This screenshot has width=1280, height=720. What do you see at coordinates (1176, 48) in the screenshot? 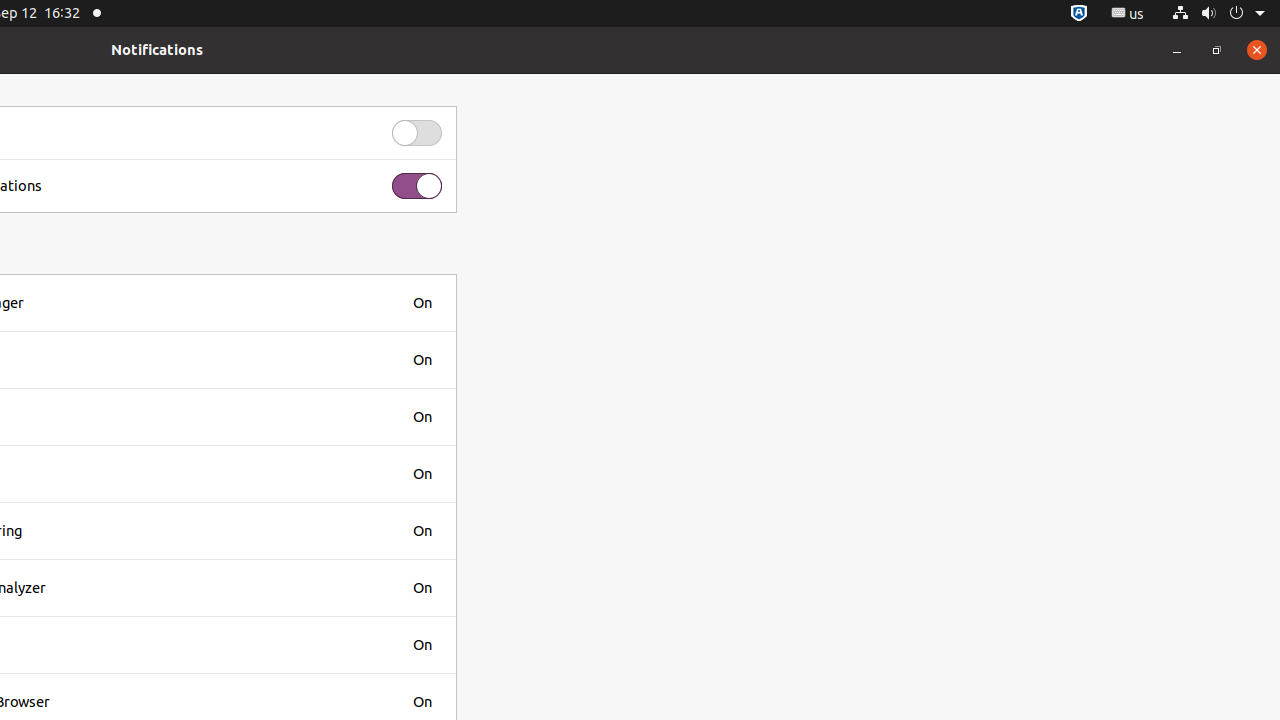
I see `'Minimize'` at bounding box center [1176, 48].